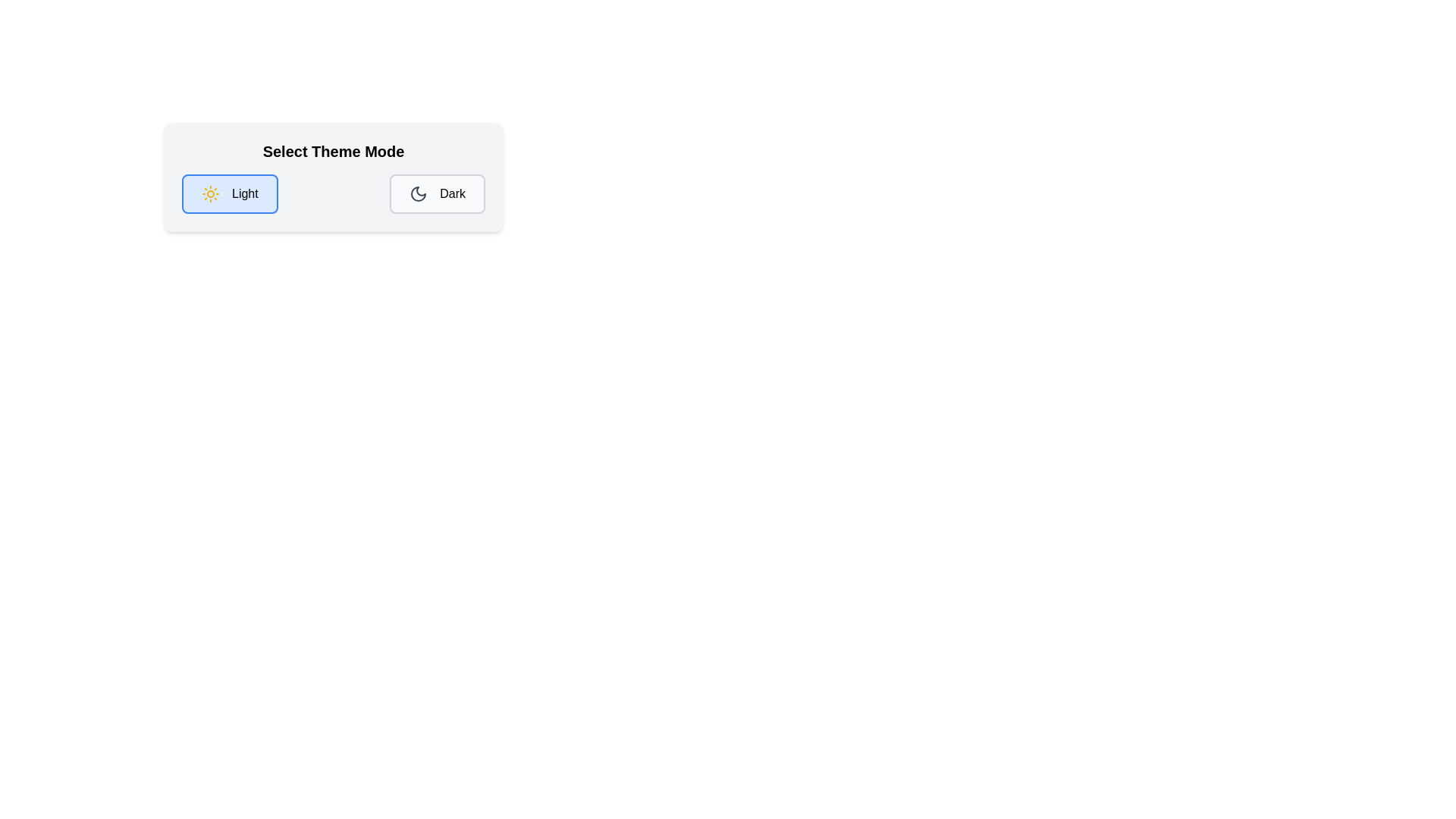  What do you see at coordinates (228, 193) in the screenshot?
I see `the Light button to trigger its visual interaction` at bounding box center [228, 193].